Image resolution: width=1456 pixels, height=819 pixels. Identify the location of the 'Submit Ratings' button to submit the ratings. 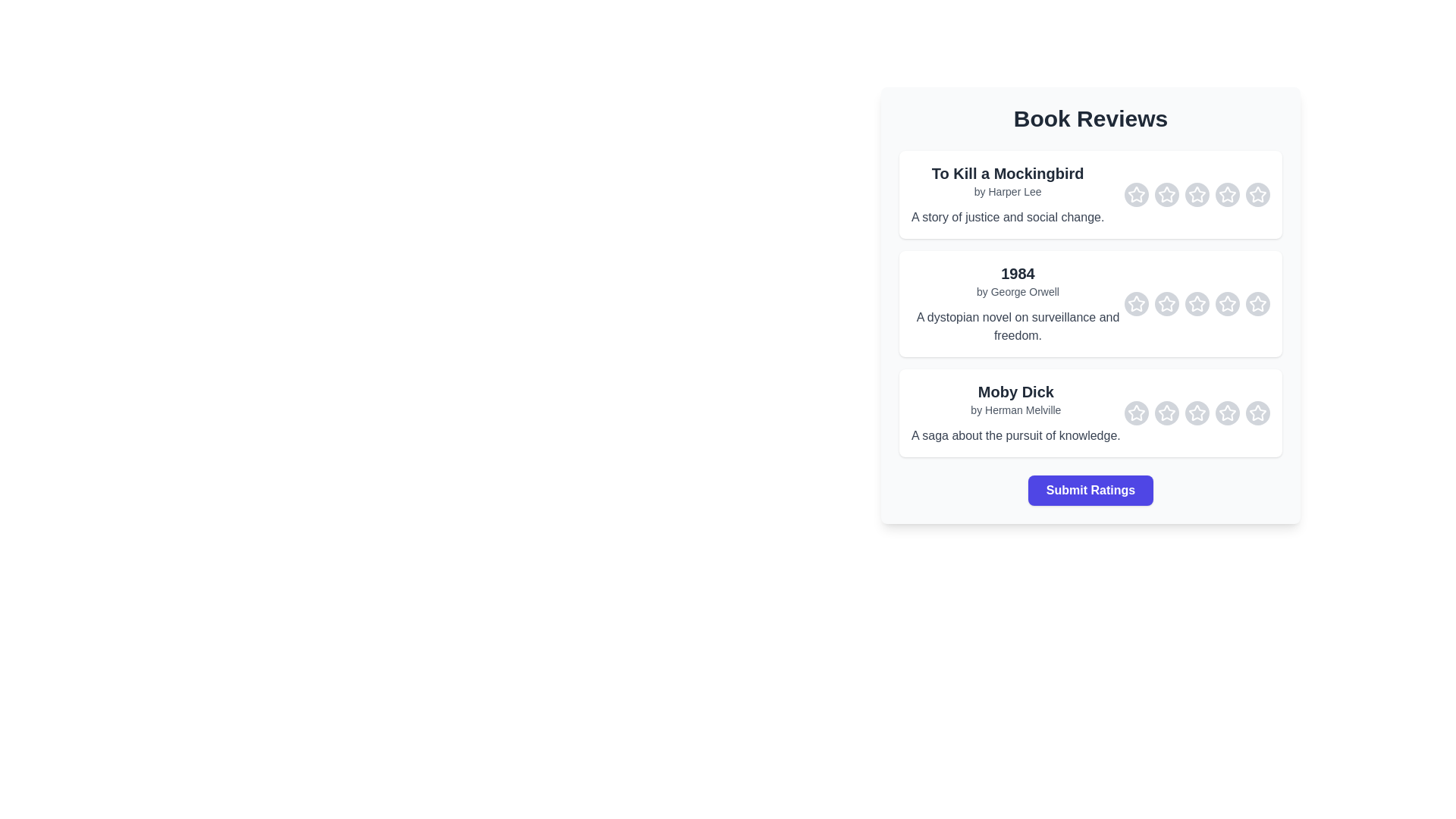
(1090, 491).